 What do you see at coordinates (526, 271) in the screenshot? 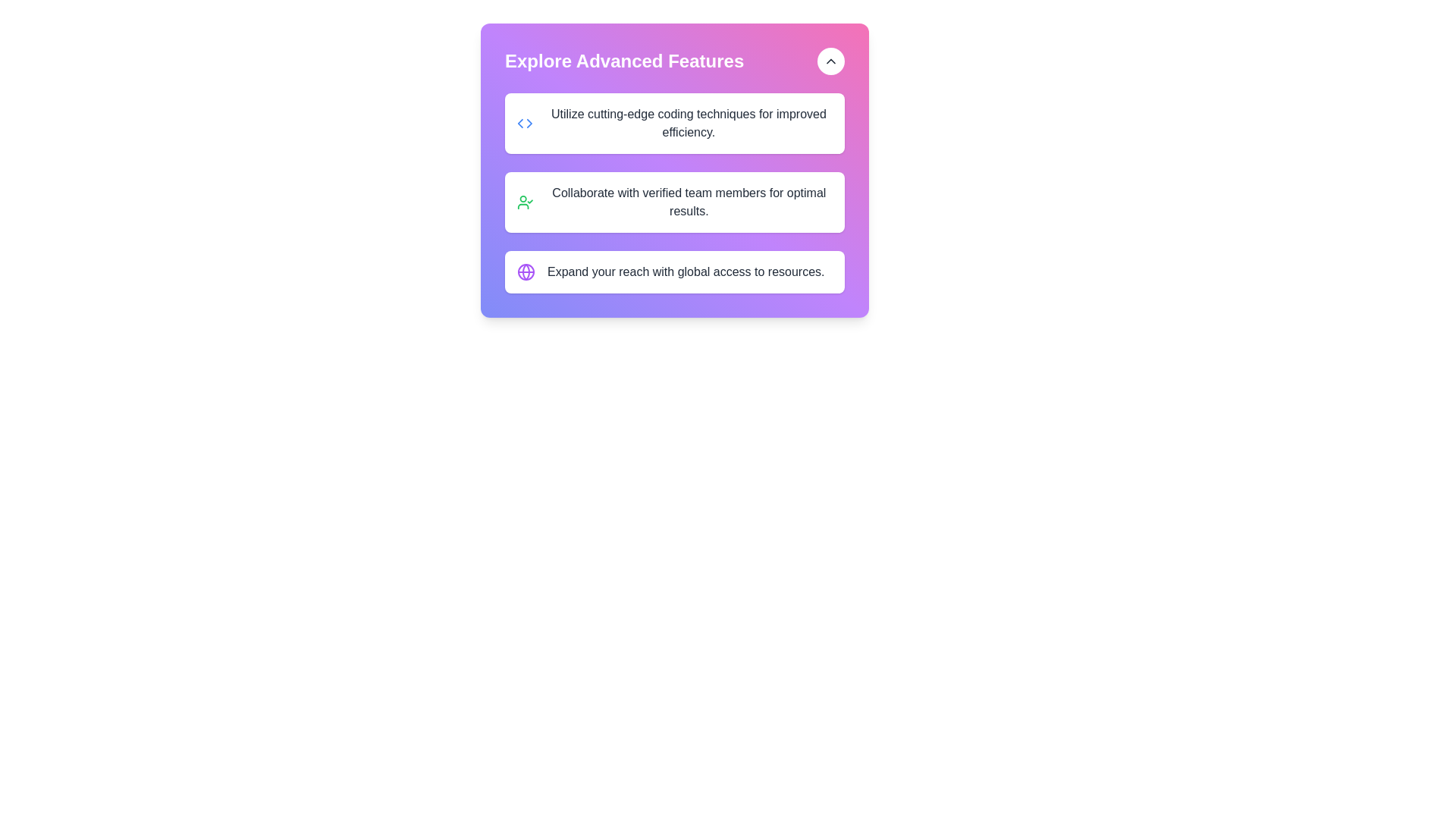
I see `the purple circular outline of the globe icon, which is the central part of the globe graphic in the second listing entry` at bounding box center [526, 271].